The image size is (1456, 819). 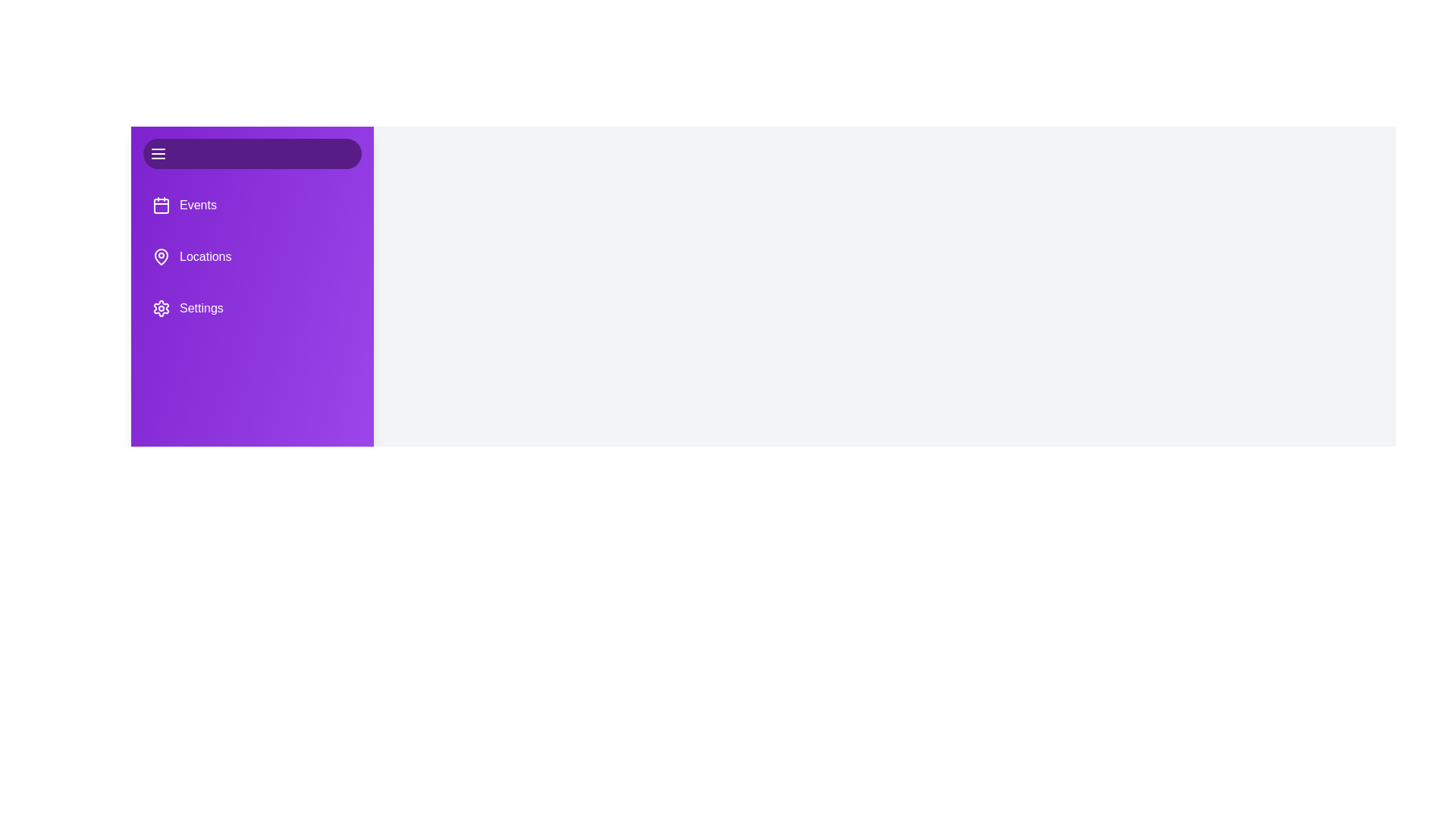 What do you see at coordinates (252, 205) in the screenshot?
I see `the menu item Events to observe its interactivity` at bounding box center [252, 205].